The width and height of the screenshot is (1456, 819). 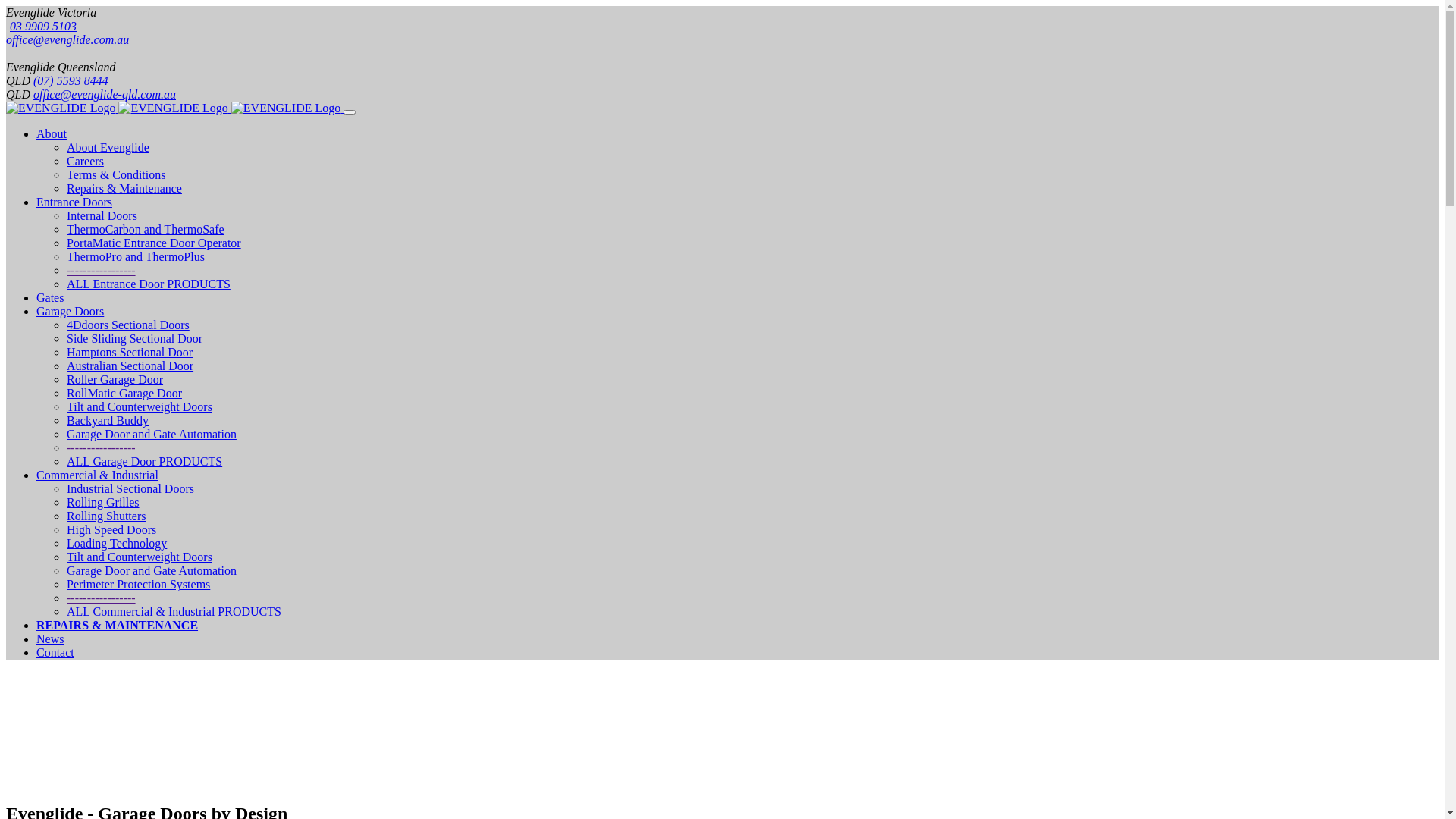 What do you see at coordinates (138, 583) in the screenshot?
I see `'Perimeter Protection Systems'` at bounding box center [138, 583].